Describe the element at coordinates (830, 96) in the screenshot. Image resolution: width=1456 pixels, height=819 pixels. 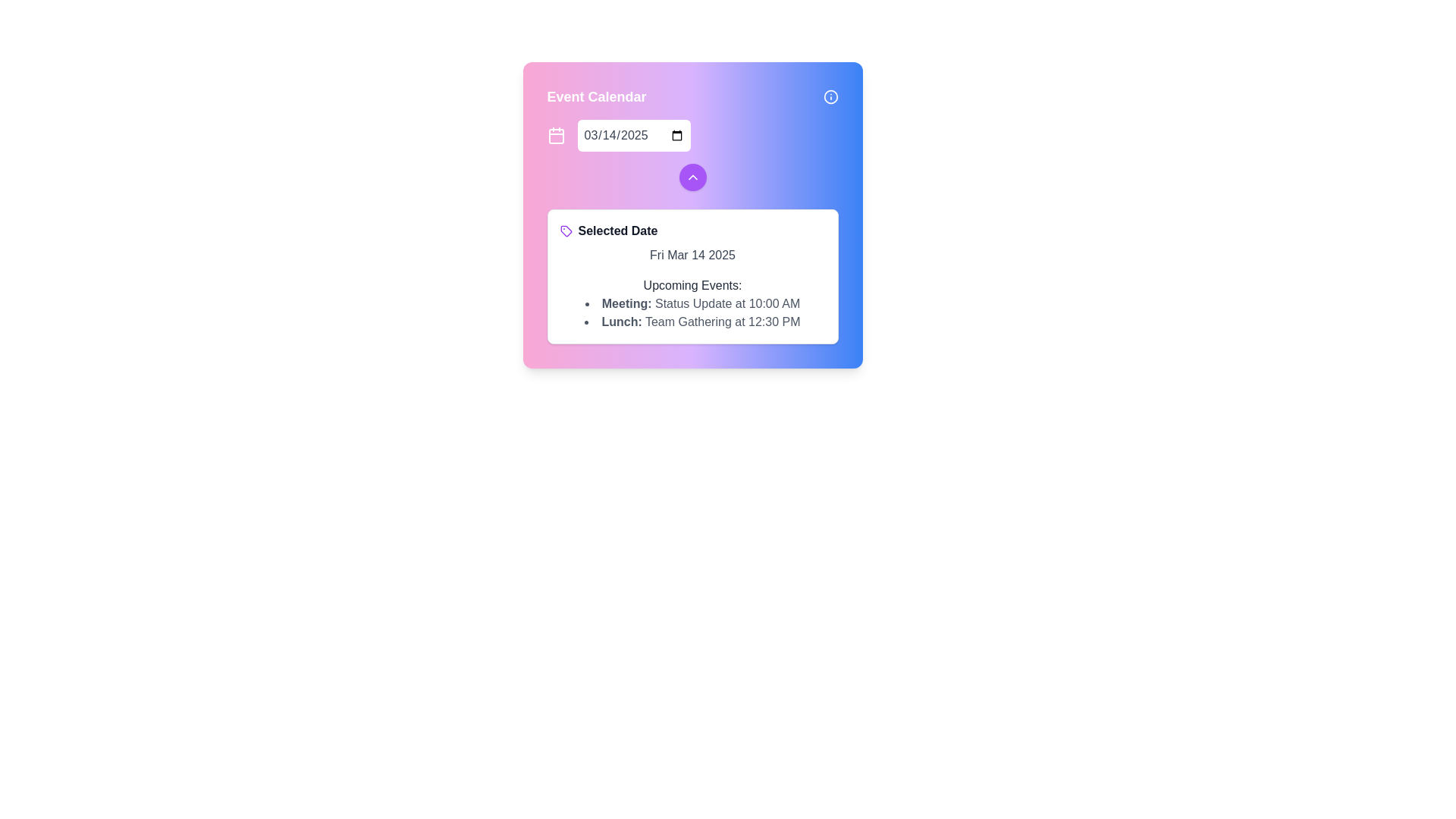
I see `the circular icon with a white border and blue center located at the top-right corner of the 'Event Calendar' card, which represents an information tooltip` at that location.